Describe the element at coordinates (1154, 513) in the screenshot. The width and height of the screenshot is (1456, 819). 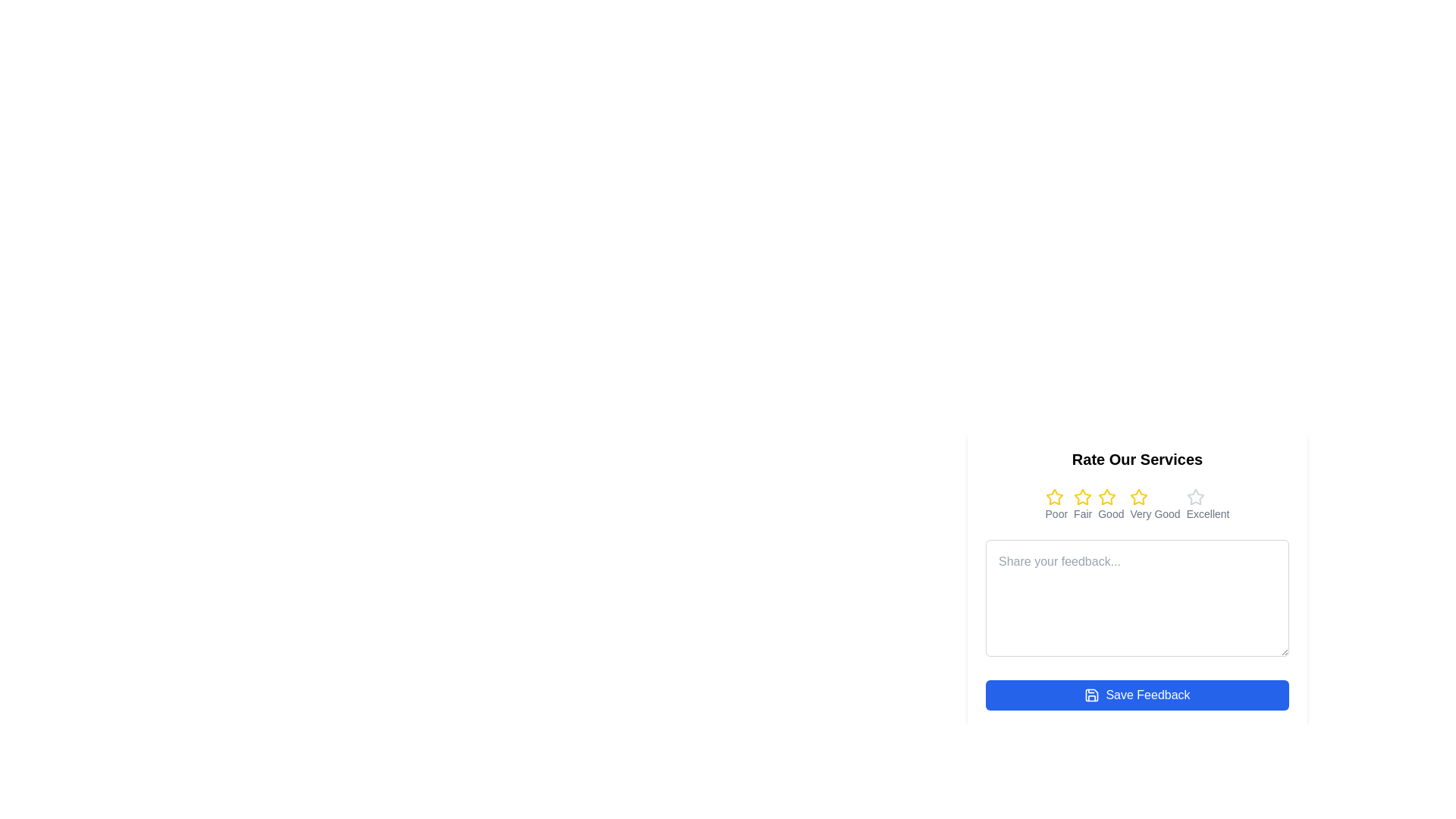
I see `the light gray text label displaying 'Very Good', which is the fourth label in a horizontal list of feedback options located below the fourth star icon in the five-star rating bar` at that location.